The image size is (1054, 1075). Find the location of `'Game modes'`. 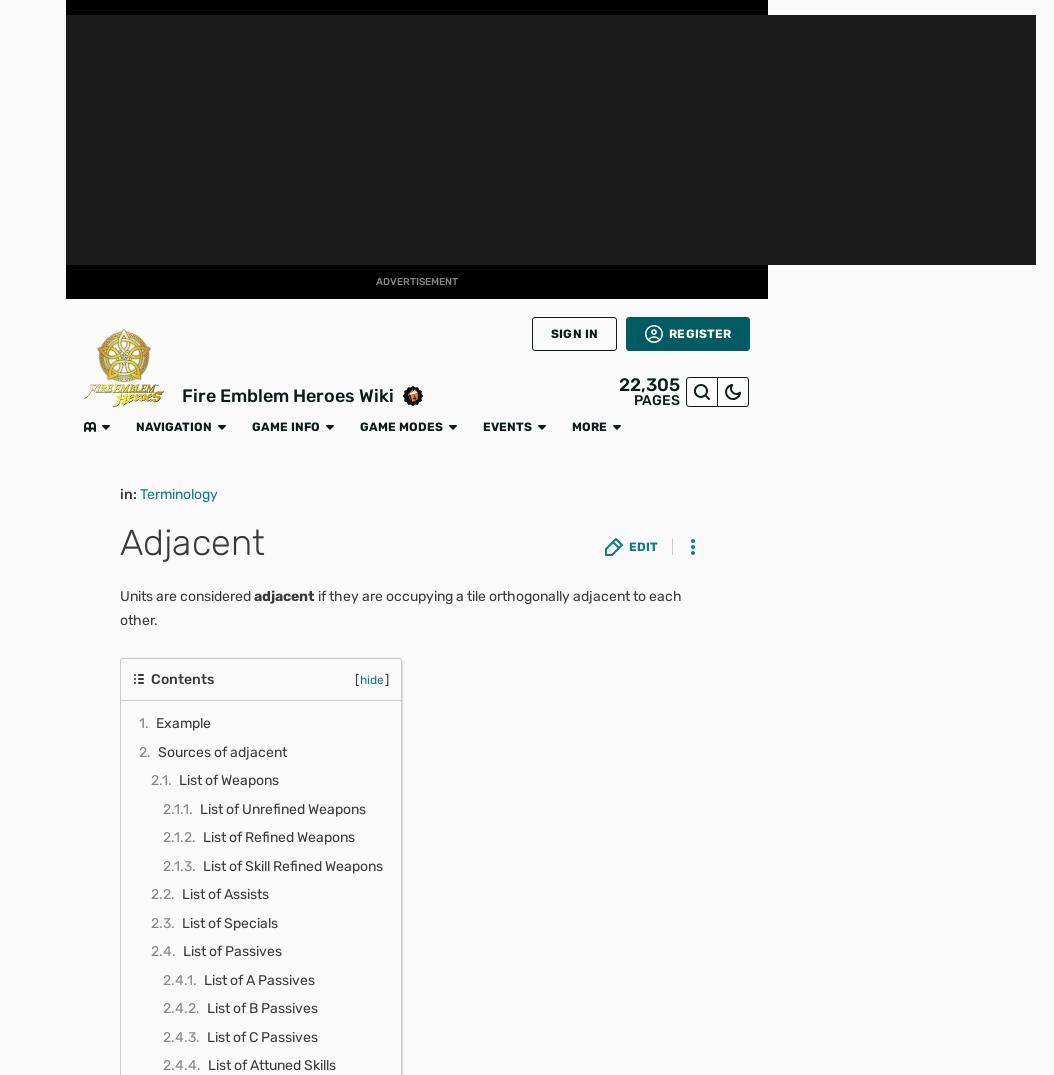

'Game modes' is located at coordinates (327, 21).